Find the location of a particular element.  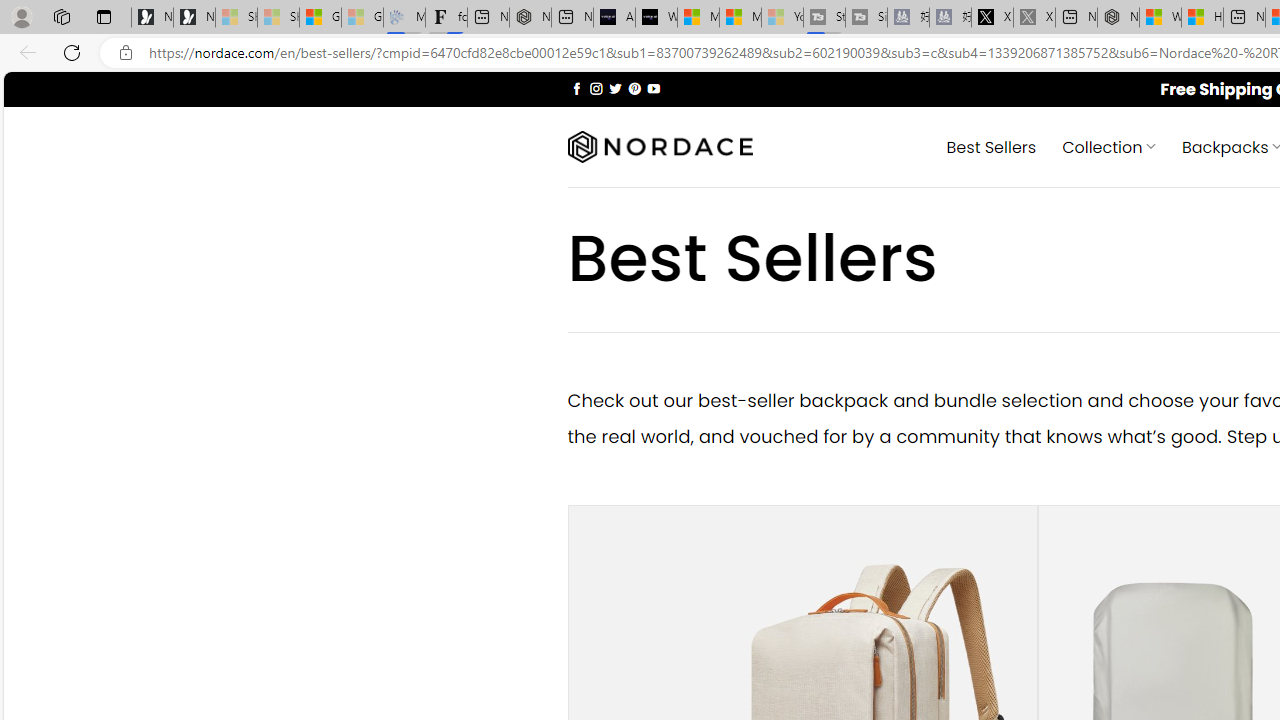

'What' is located at coordinates (656, 17).